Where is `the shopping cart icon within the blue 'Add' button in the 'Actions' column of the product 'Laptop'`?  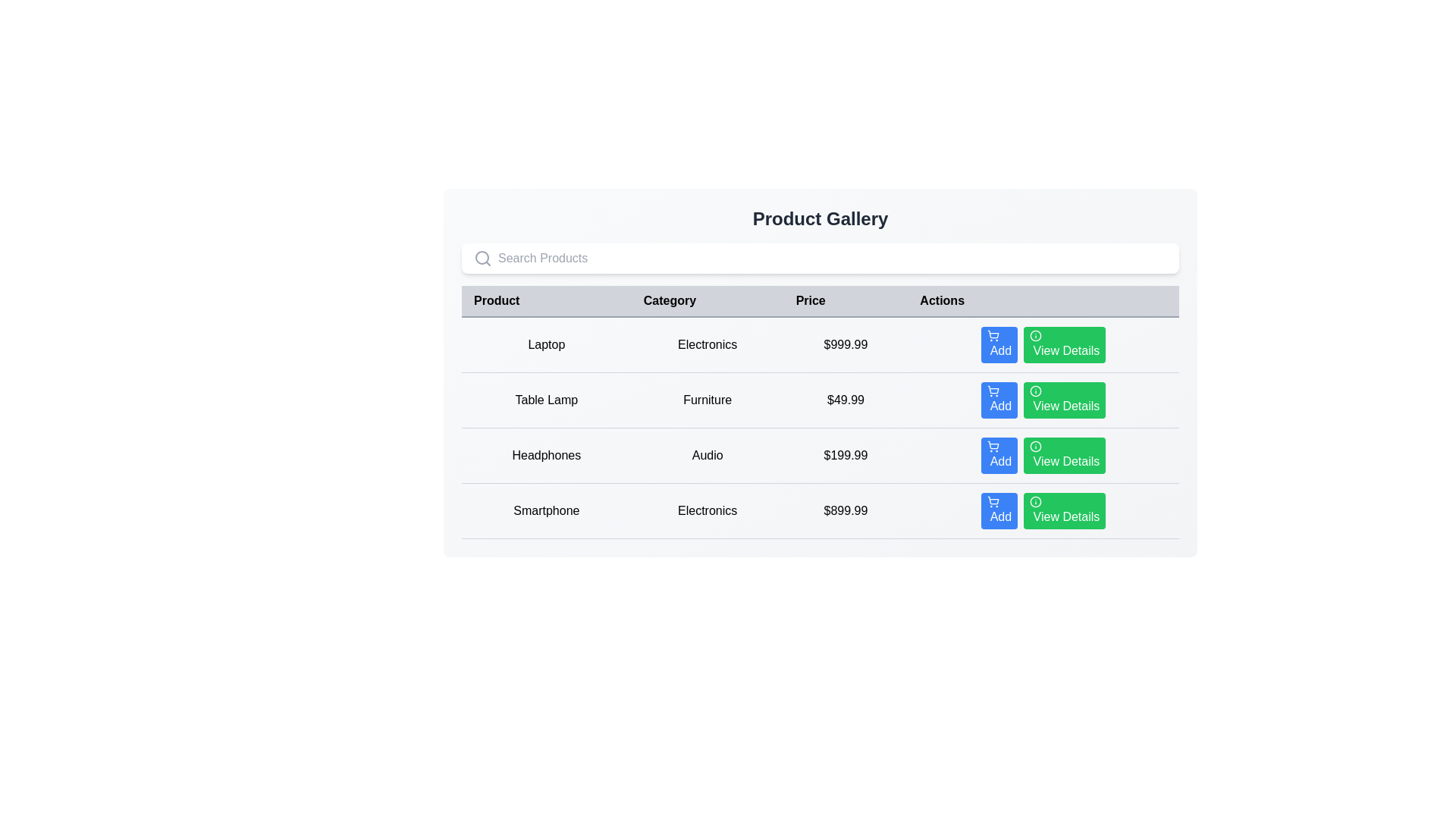
the shopping cart icon within the blue 'Add' button in the 'Actions' column of the product 'Laptop' is located at coordinates (993, 335).